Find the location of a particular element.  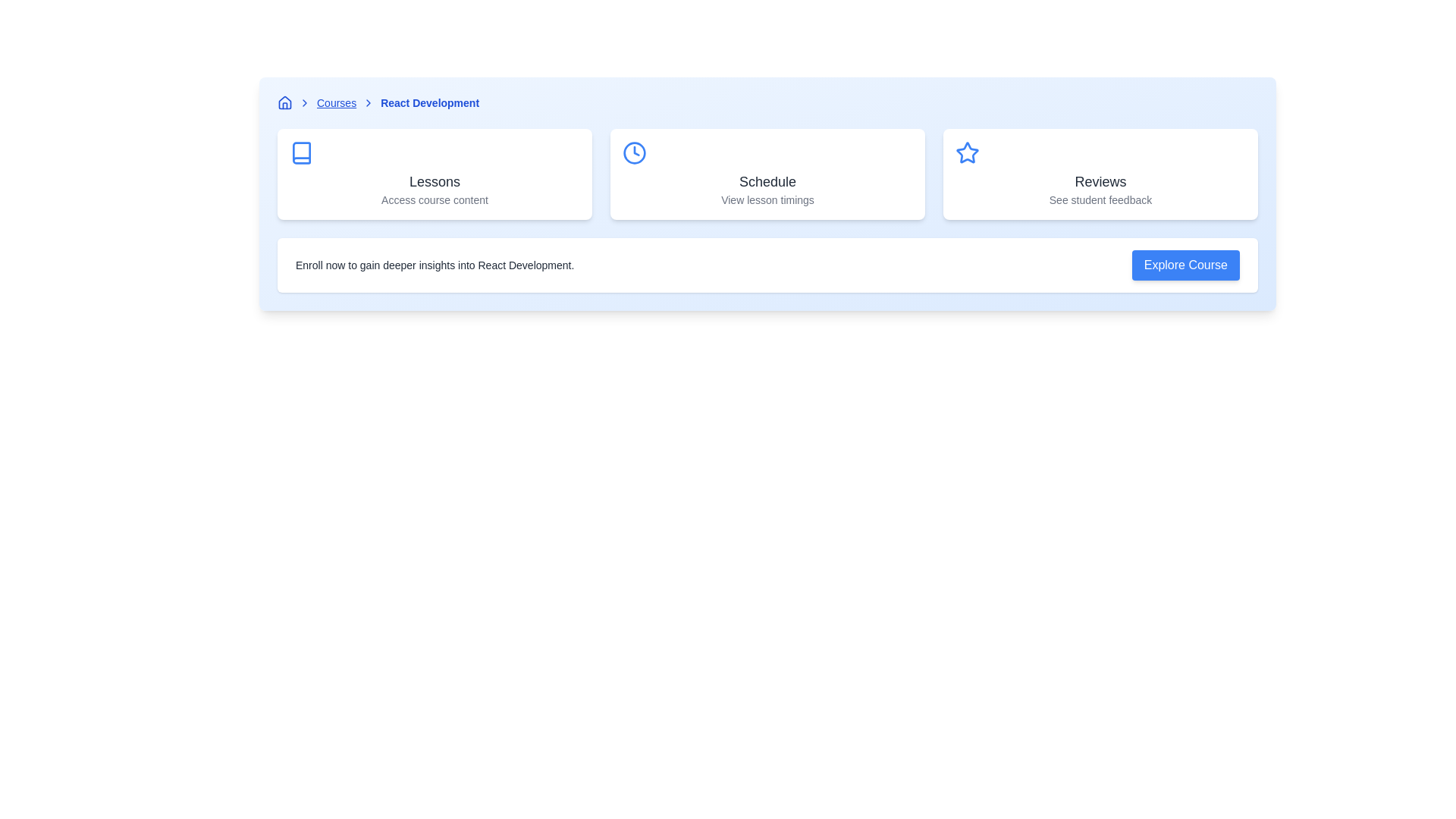

descriptive text label located at the bottom of the 'Reviews' card, which provides additional information about the Reviews section is located at coordinates (1100, 199).